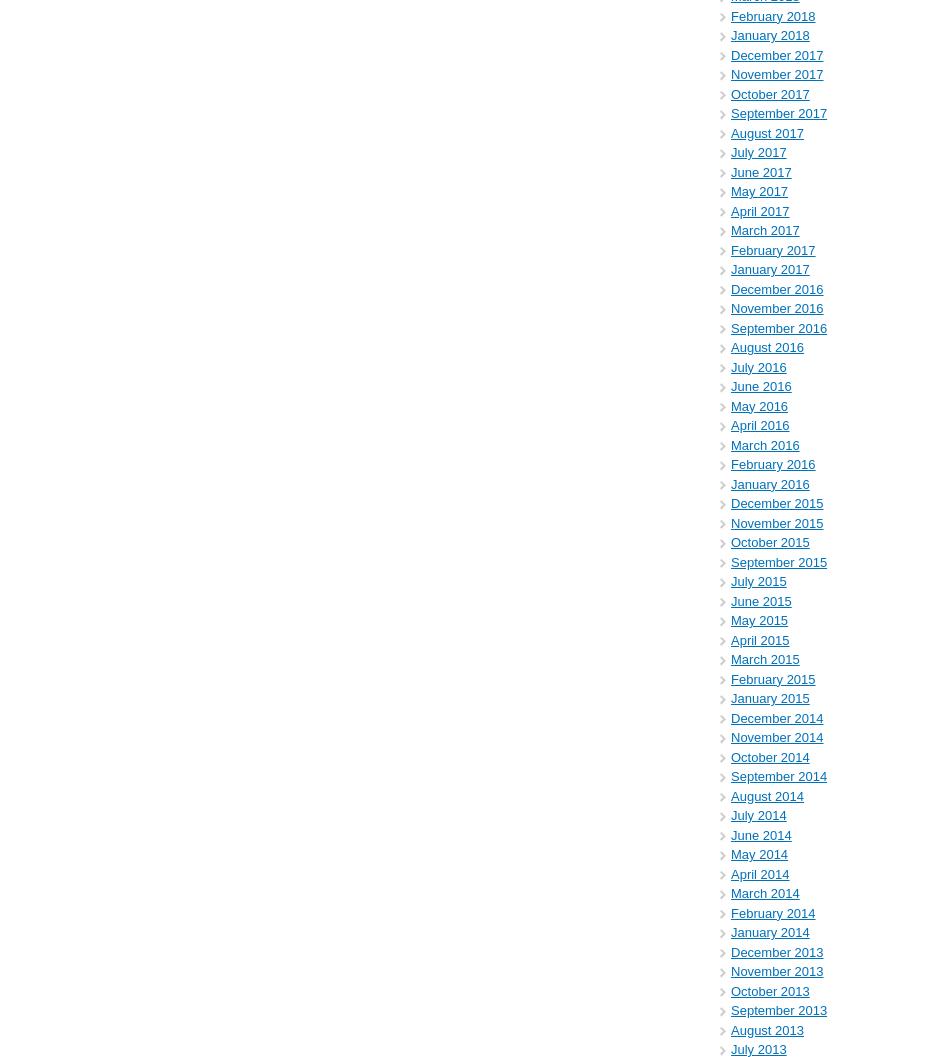 The image size is (940, 1057). Describe the element at coordinates (776, 971) in the screenshot. I see `'November 2013'` at that location.